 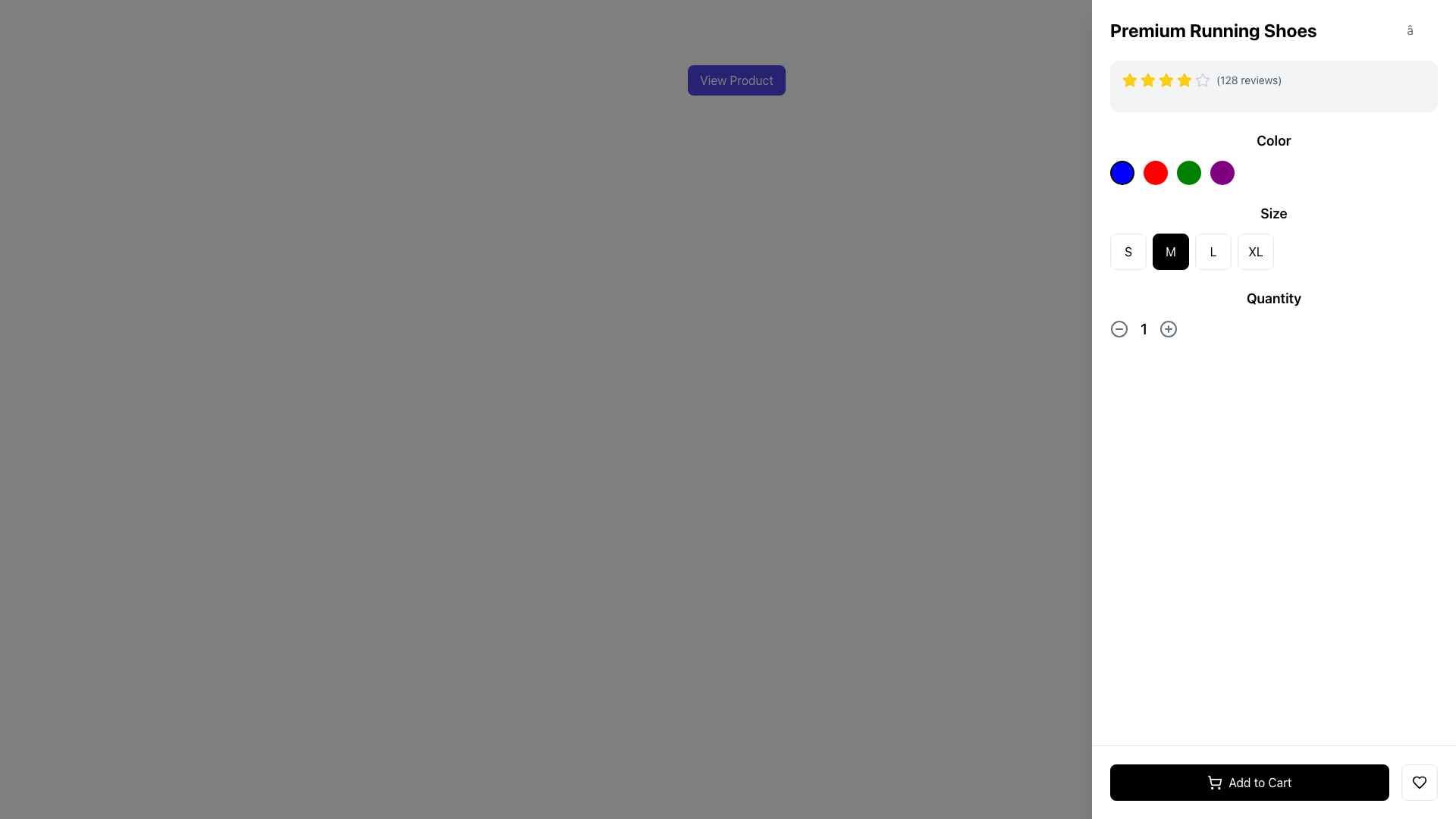 I want to click on the first star icon used for rating in the product details area, which represents the quality or popularity of the product, so click(x=1129, y=80).